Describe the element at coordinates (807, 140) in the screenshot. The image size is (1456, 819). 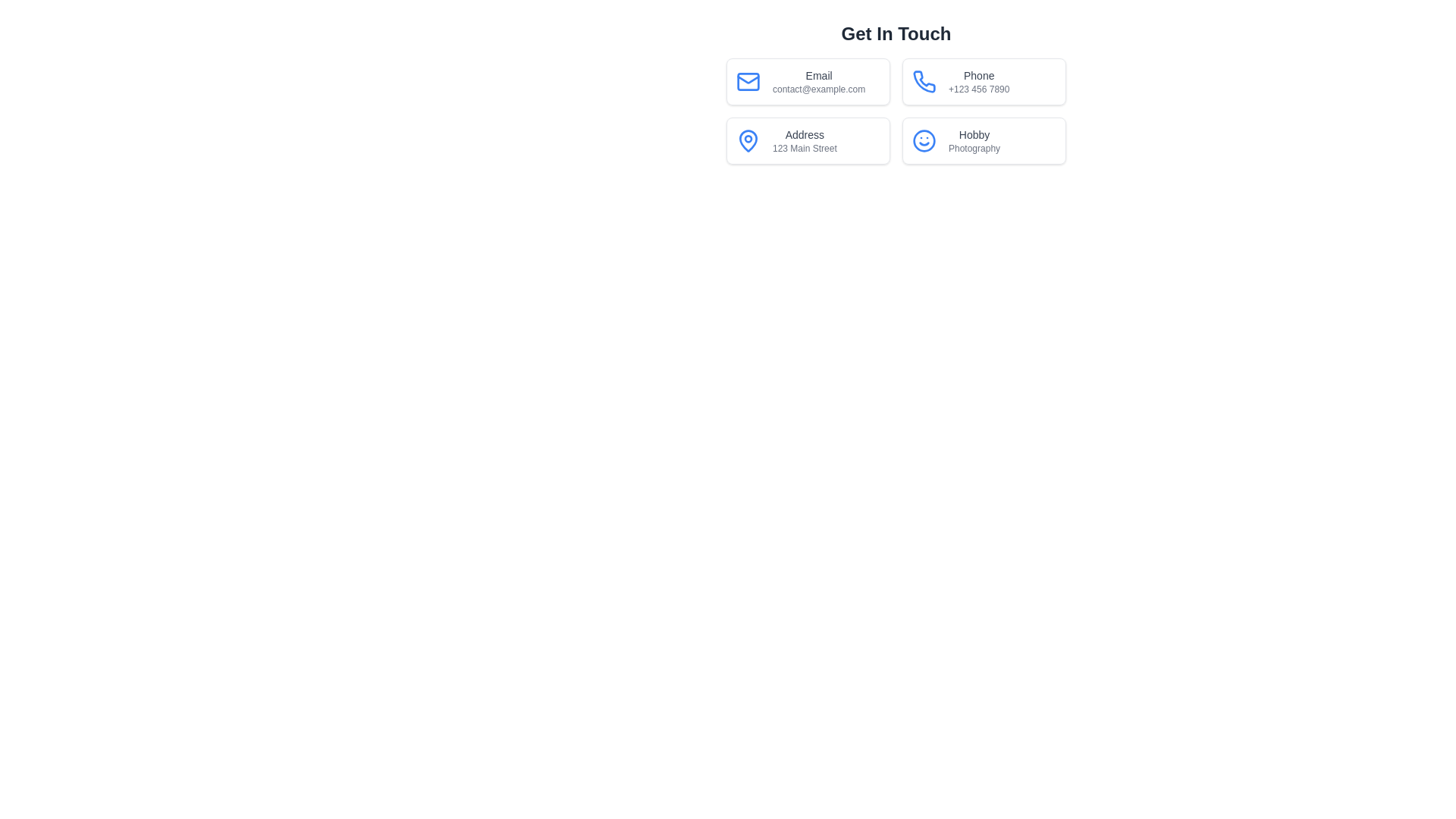
I see `the descriptive text block displaying an address` at that location.